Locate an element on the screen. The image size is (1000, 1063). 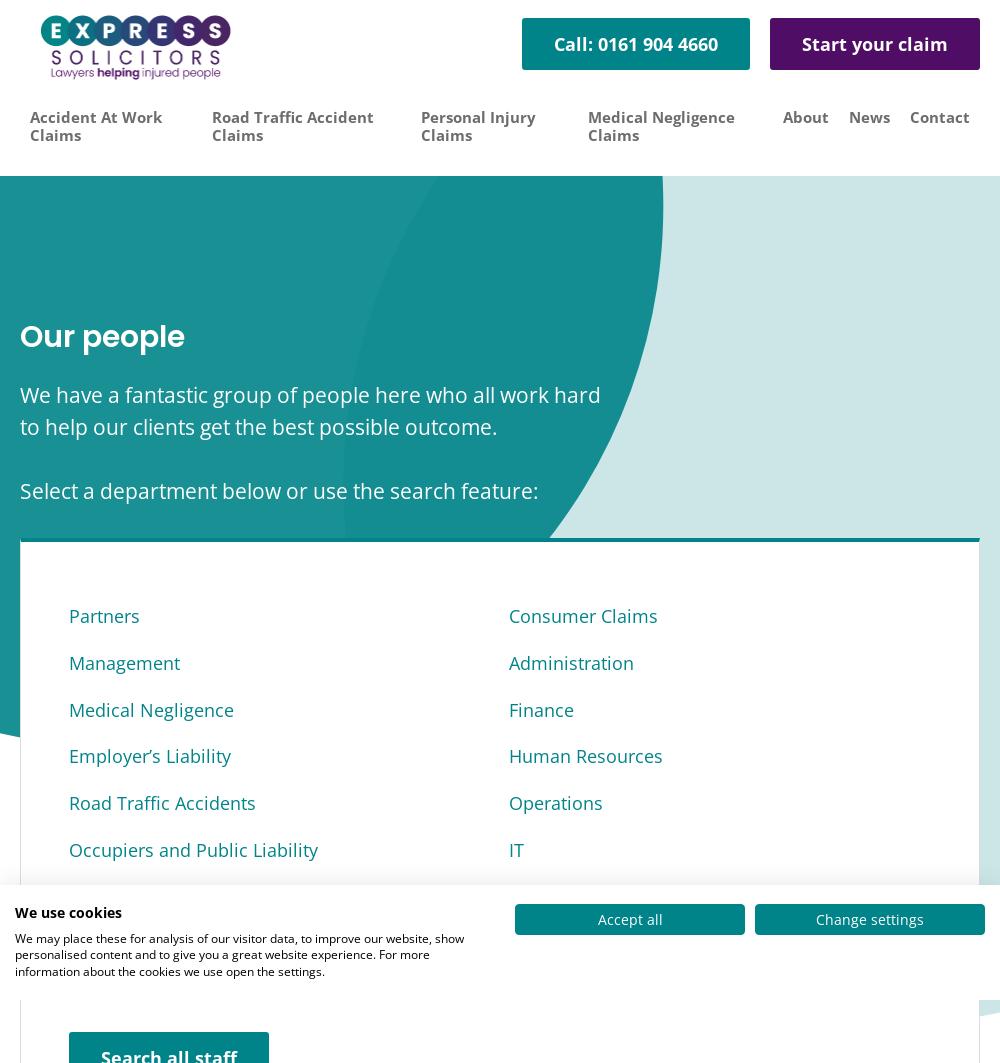
'Employer’s Liability' is located at coordinates (150, 755).